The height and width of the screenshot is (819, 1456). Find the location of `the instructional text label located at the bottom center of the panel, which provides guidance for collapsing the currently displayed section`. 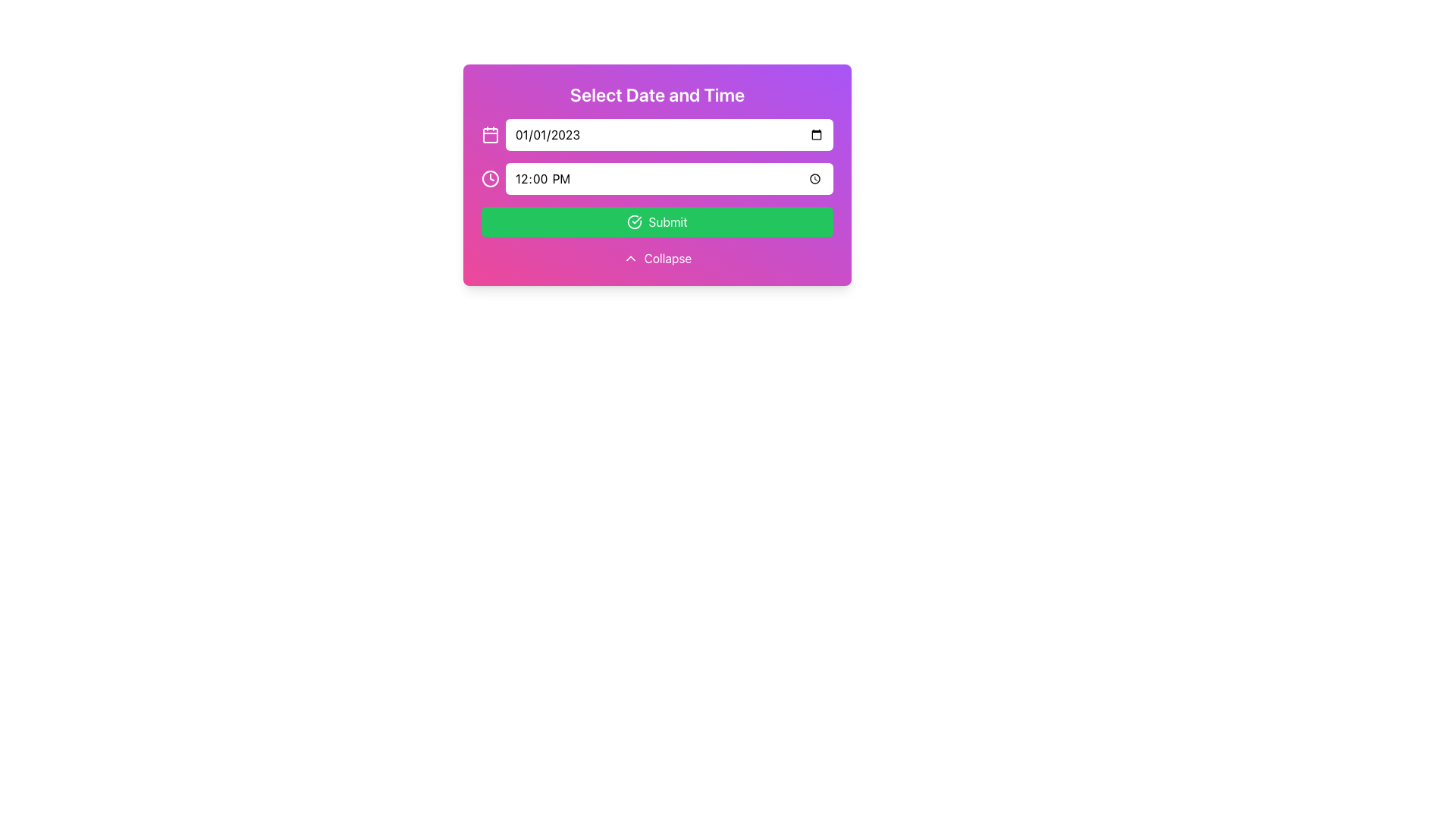

the instructional text label located at the bottom center of the panel, which provides guidance for collapsing the currently displayed section is located at coordinates (667, 257).